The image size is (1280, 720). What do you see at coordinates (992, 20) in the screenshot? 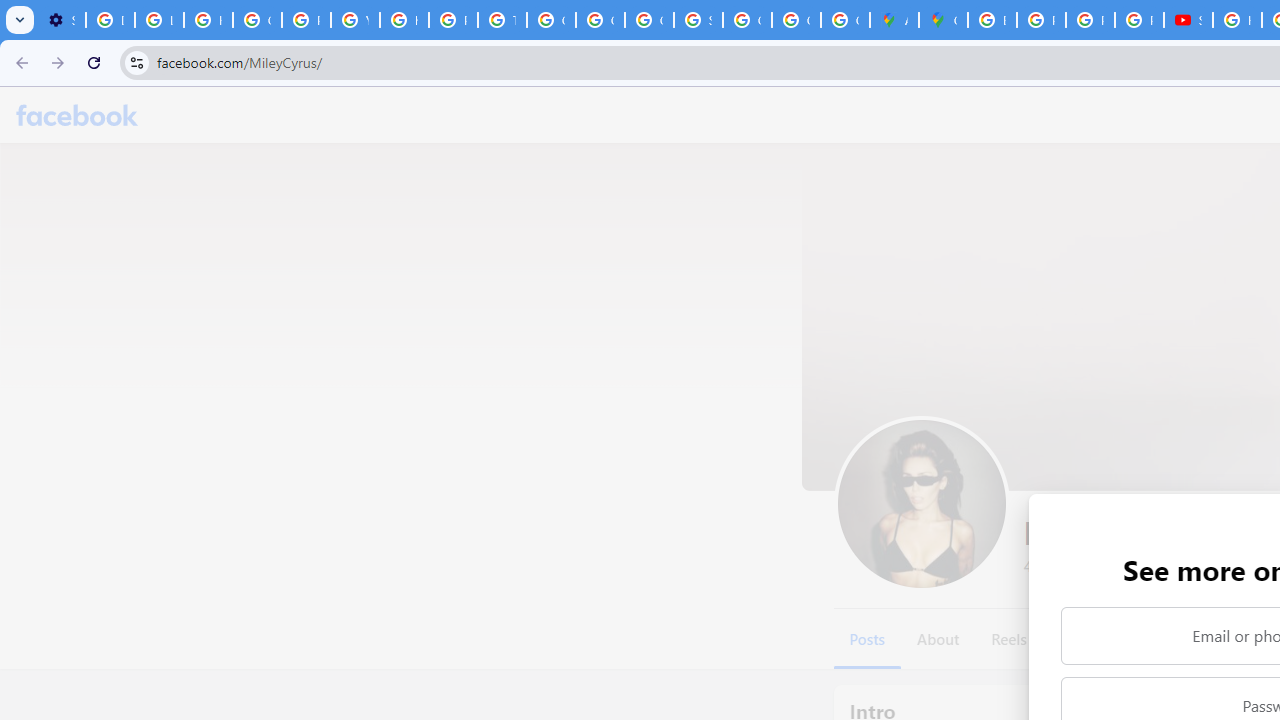
I see `'Blogger Policies and Guidelines - Transparency Center'` at bounding box center [992, 20].